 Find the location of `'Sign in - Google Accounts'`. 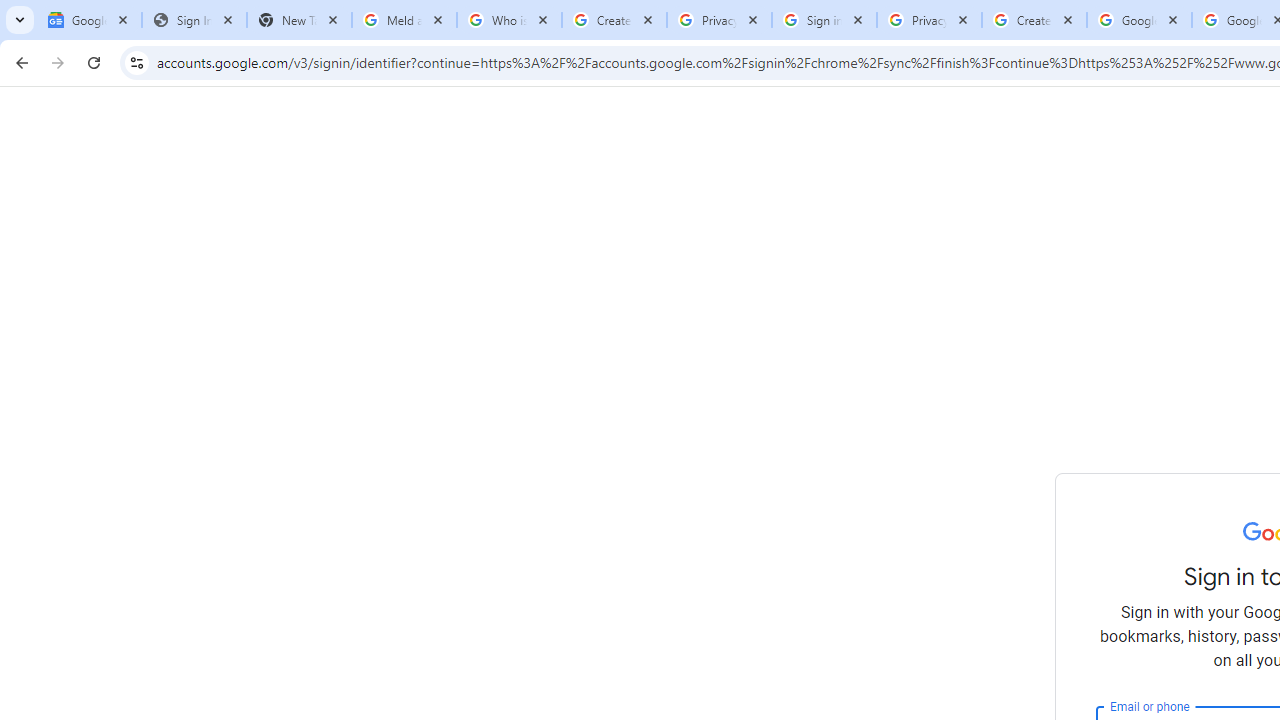

'Sign in - Google Accounts' is located at coordinates (824, 20).